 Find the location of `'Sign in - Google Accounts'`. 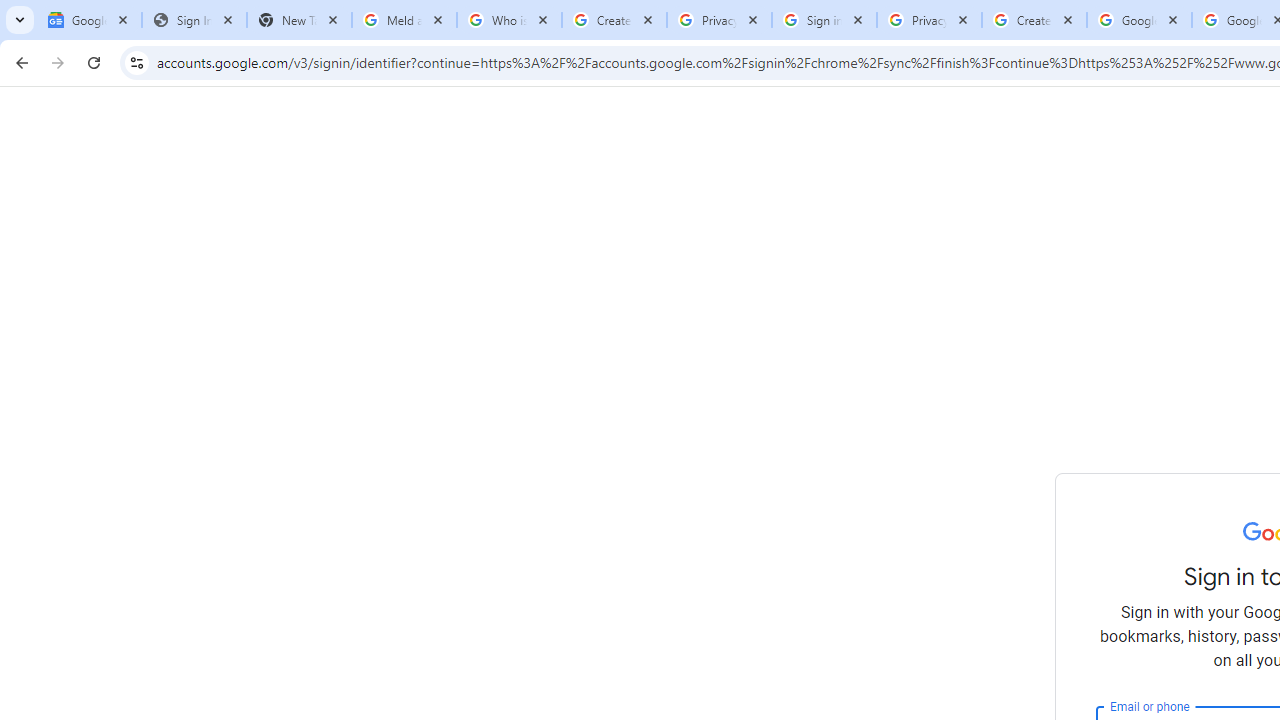

'Sign in - Google Accounts' is located at coordinates (824, 20).